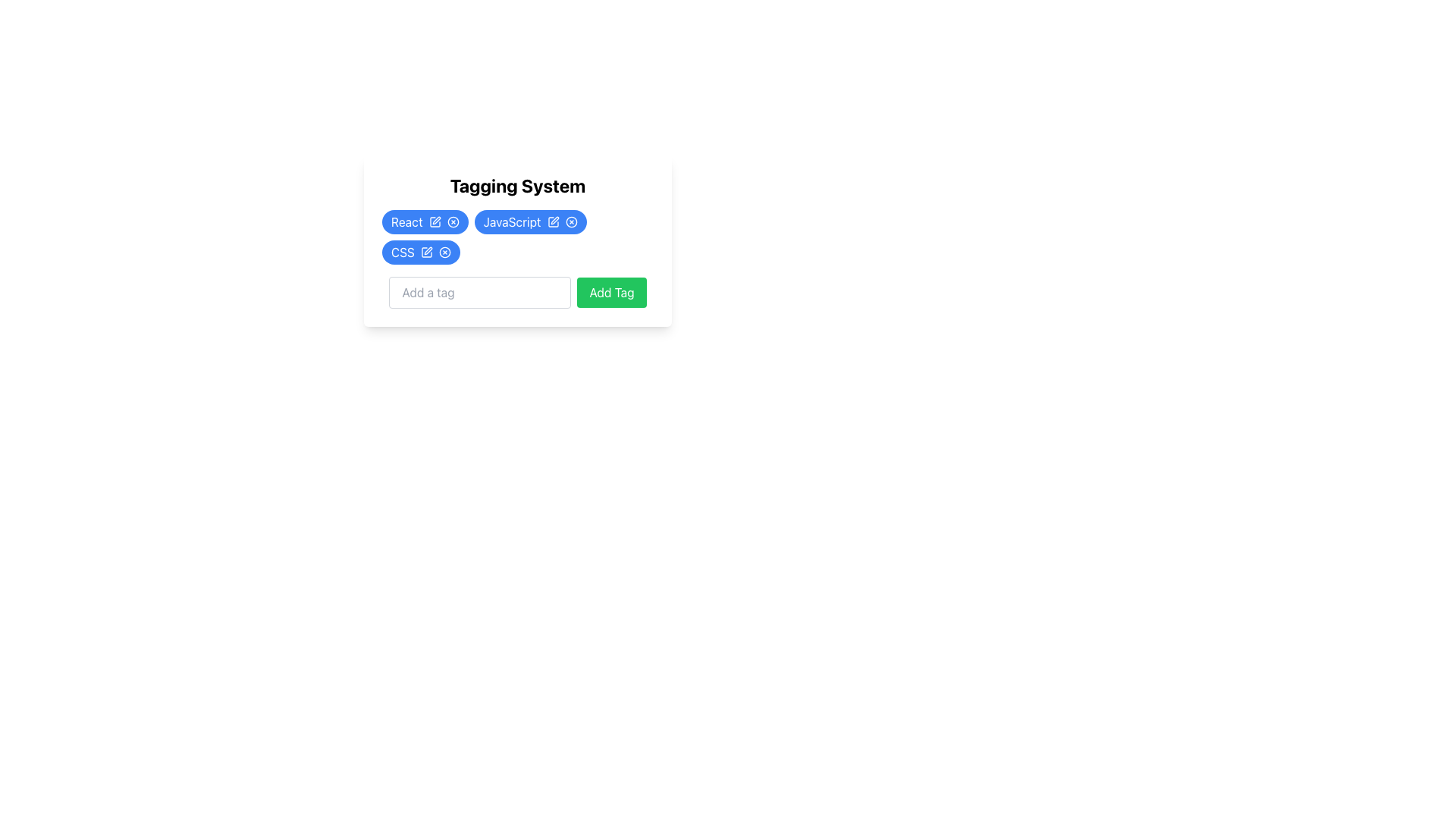 The height and width of the screenshot is (819, 1456). Describe the element at coordinates (512, 222) in the screenshot. I see `the 'JavaScript' tag element, which is the second tag in a vertical list, located in the center of its capsule layout, adjacent to an edit icon and a remove icon` at that location.